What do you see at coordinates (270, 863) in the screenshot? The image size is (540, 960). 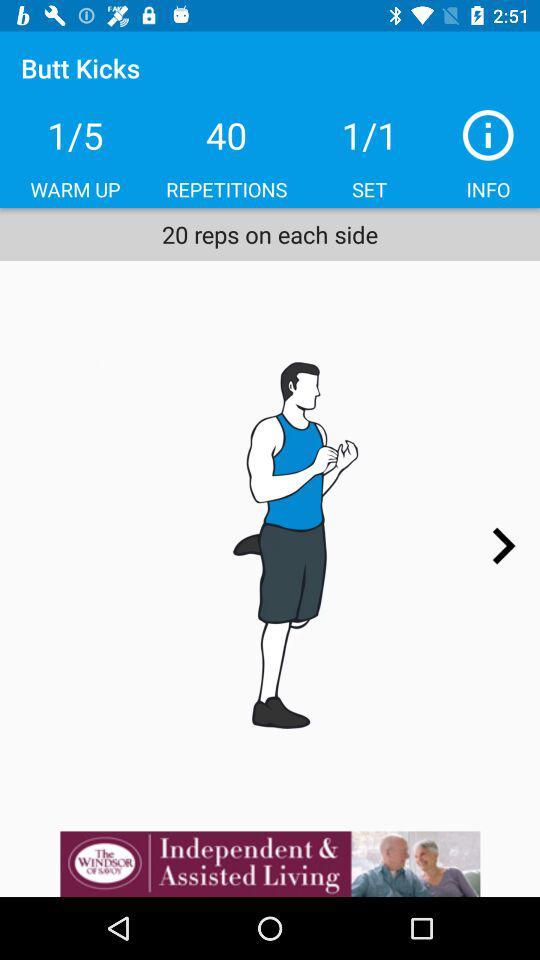 I see `open advertisement` at bounding box center [270, 863].